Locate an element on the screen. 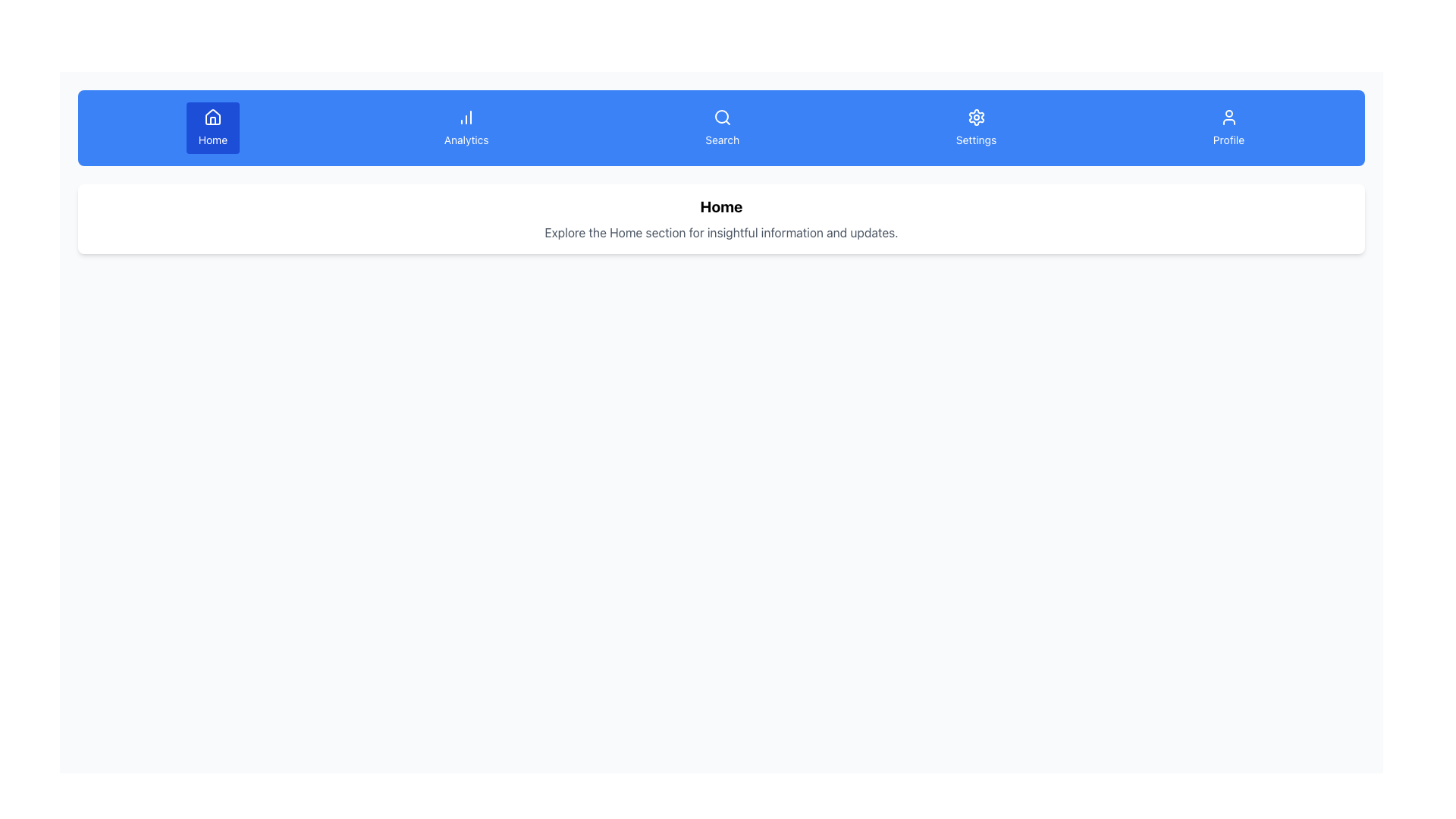 The image size is (1456, 819). the user profile icon located in the top-right corner of the navigation bar, which precedes the text label 'Profile' is located at coordinates (1228, 116).